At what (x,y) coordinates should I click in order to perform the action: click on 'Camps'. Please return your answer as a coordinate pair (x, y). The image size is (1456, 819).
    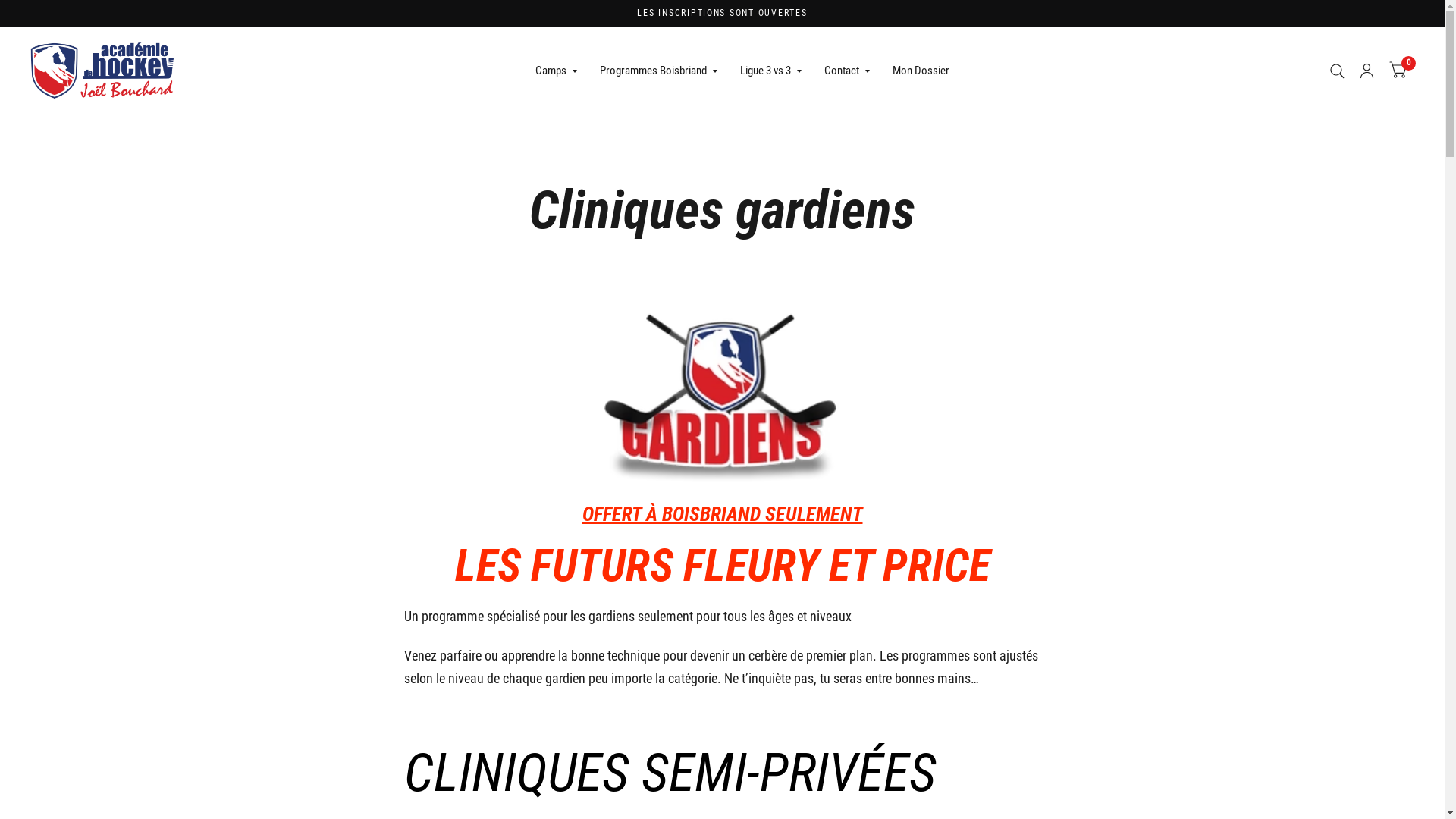
    Looking at the image, I should click on (555, 71).